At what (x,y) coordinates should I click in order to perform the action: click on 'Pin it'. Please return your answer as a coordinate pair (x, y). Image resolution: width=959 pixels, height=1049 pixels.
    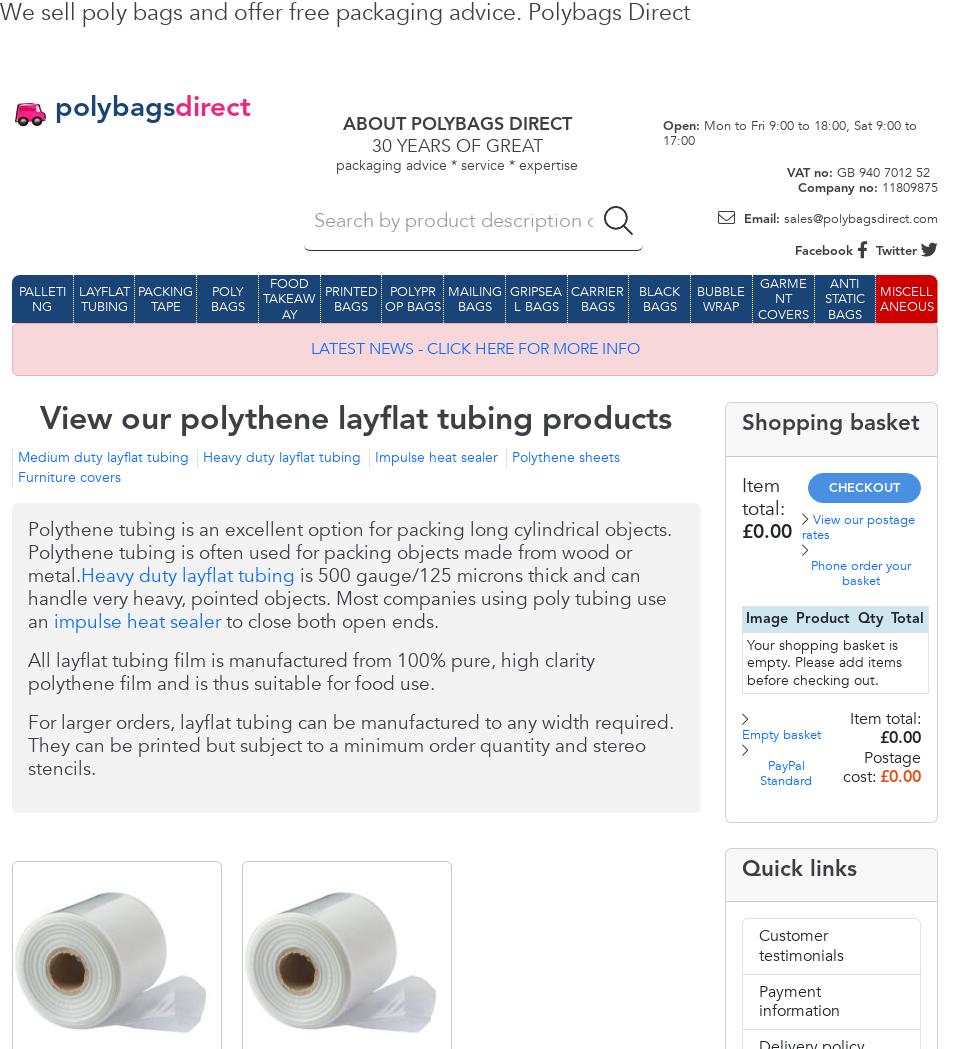
    Looking at the image, I should click on (131, 100).